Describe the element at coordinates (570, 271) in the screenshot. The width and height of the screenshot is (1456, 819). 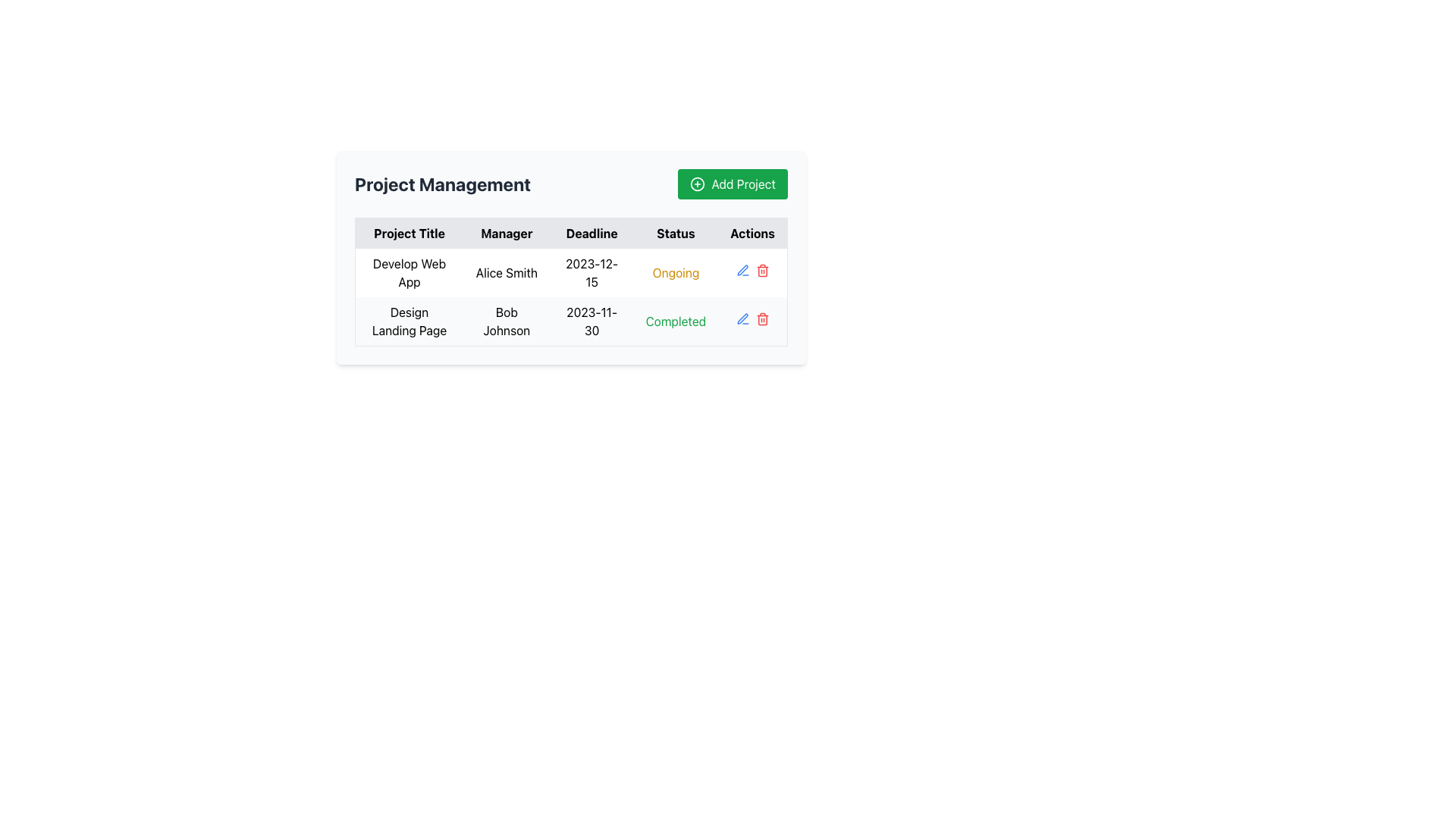
I see `the first row of the Project Management table, which contains the project overview details including title, assigned manager, deadline, and current status` at that location.